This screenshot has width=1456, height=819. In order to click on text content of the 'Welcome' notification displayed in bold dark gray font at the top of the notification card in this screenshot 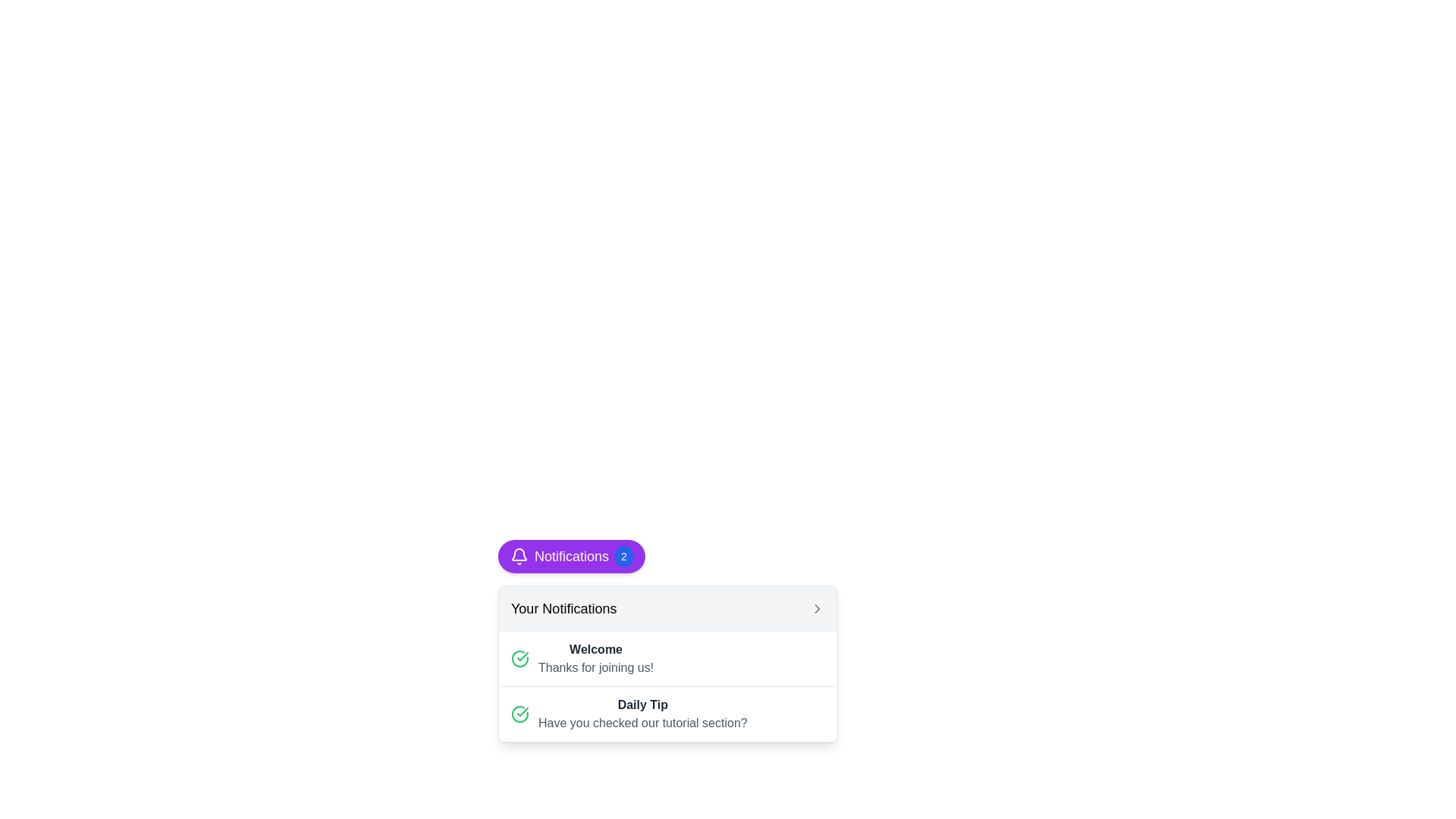, I will do `click(595, 648)`.